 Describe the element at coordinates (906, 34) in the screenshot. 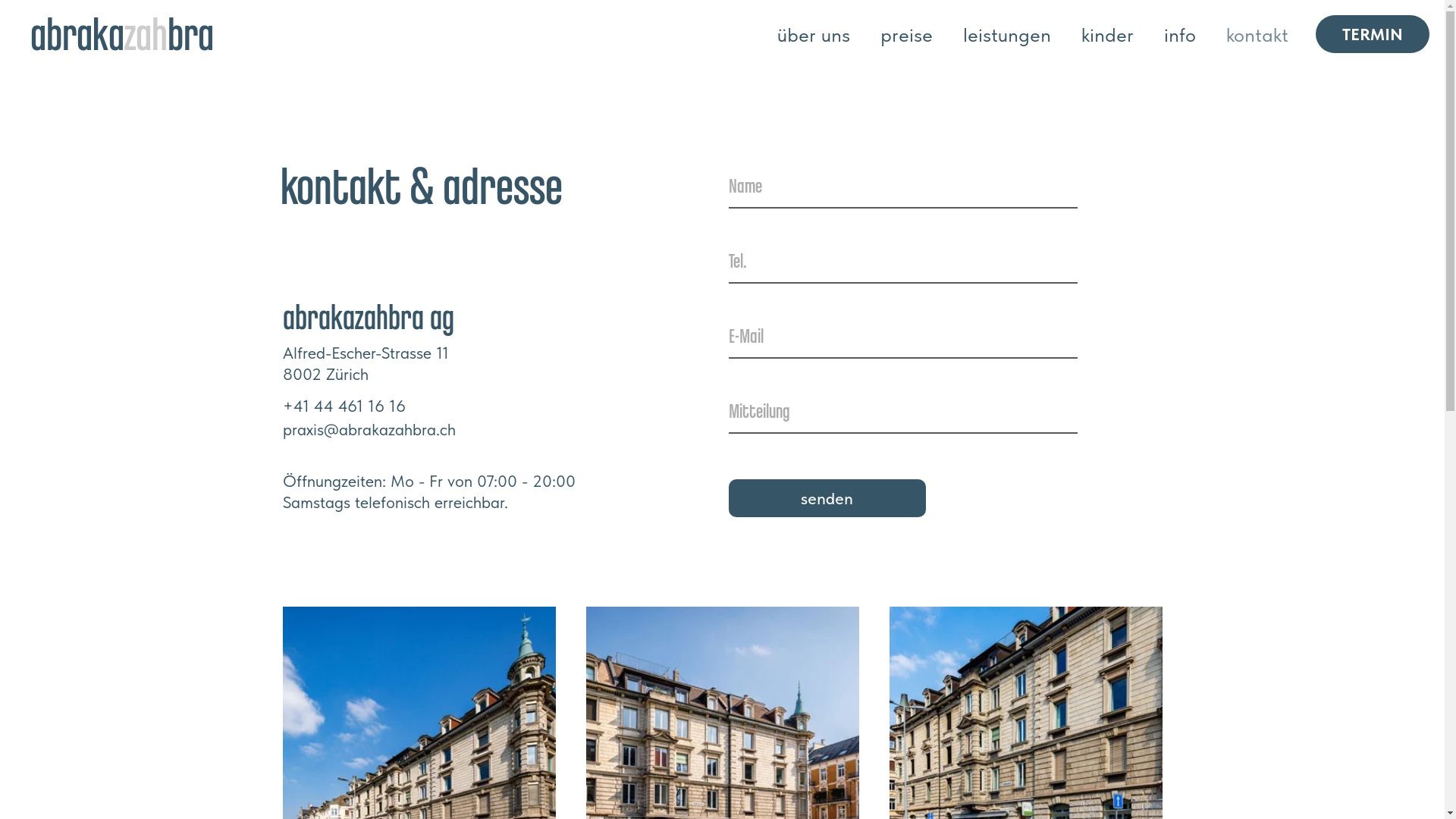

I see `'preise'` at that location.